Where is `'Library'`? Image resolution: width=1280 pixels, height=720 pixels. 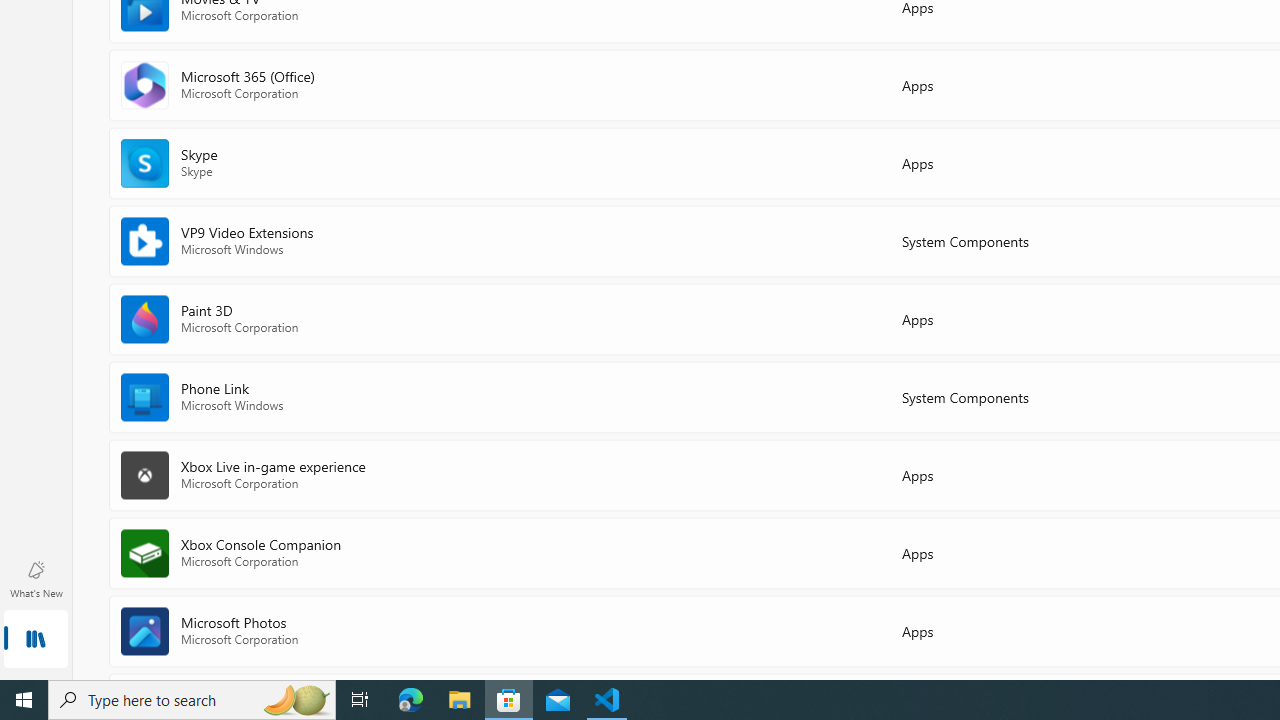 'Library' is located at coordinates (35, 640).